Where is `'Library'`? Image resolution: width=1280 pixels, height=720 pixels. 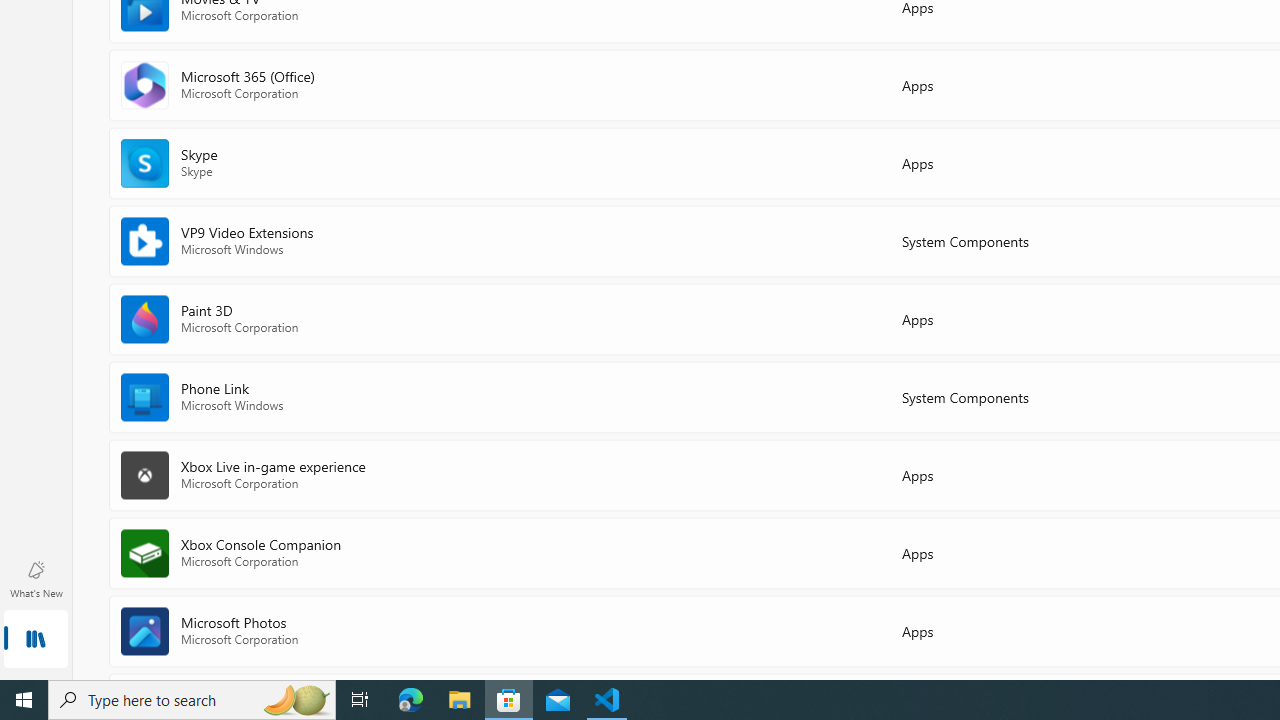 'Library' is located at coordinates (35, 640).